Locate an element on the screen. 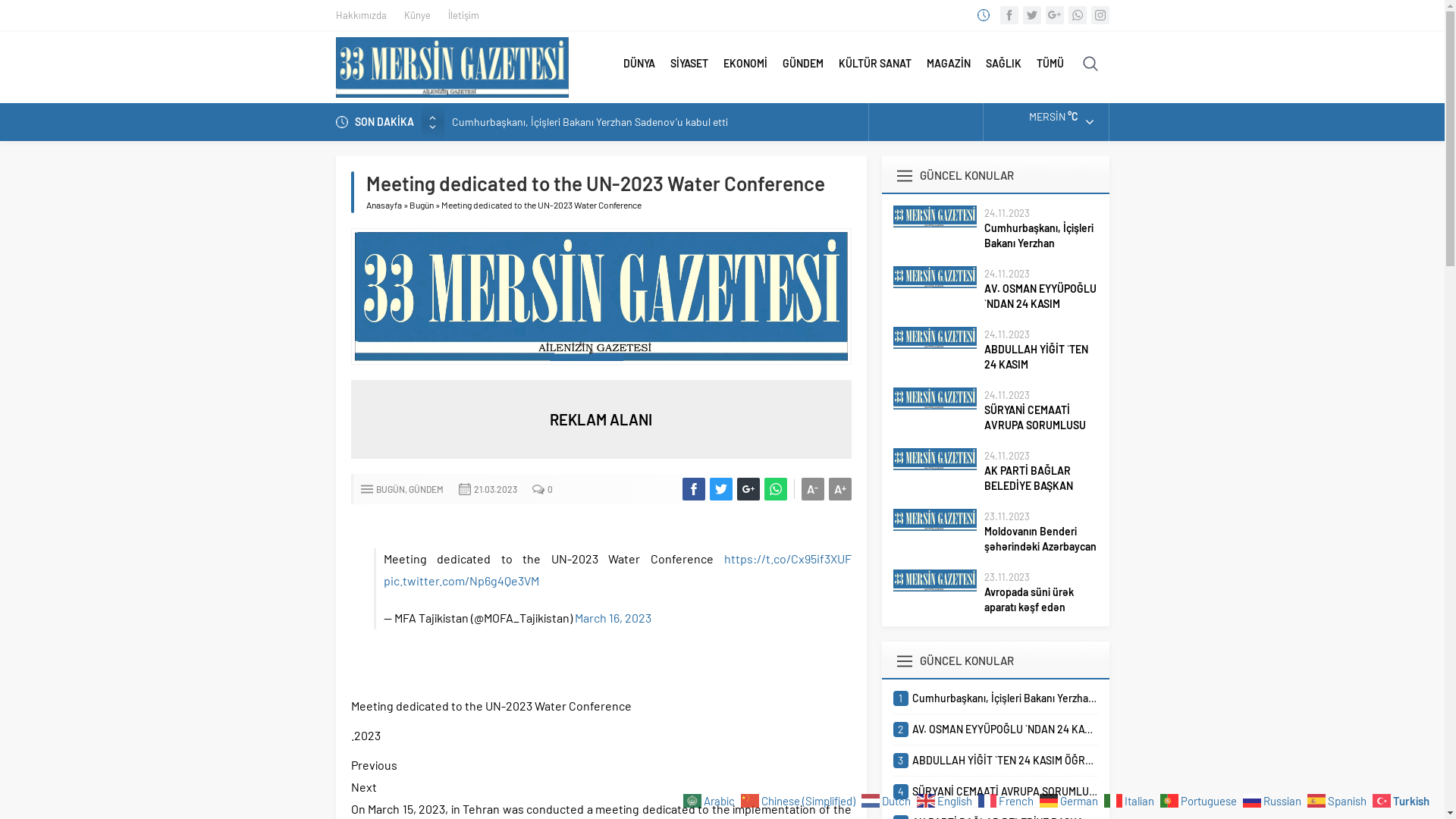 The image size is (1456, 819). 'German' is located at coordinates (1069, 799).